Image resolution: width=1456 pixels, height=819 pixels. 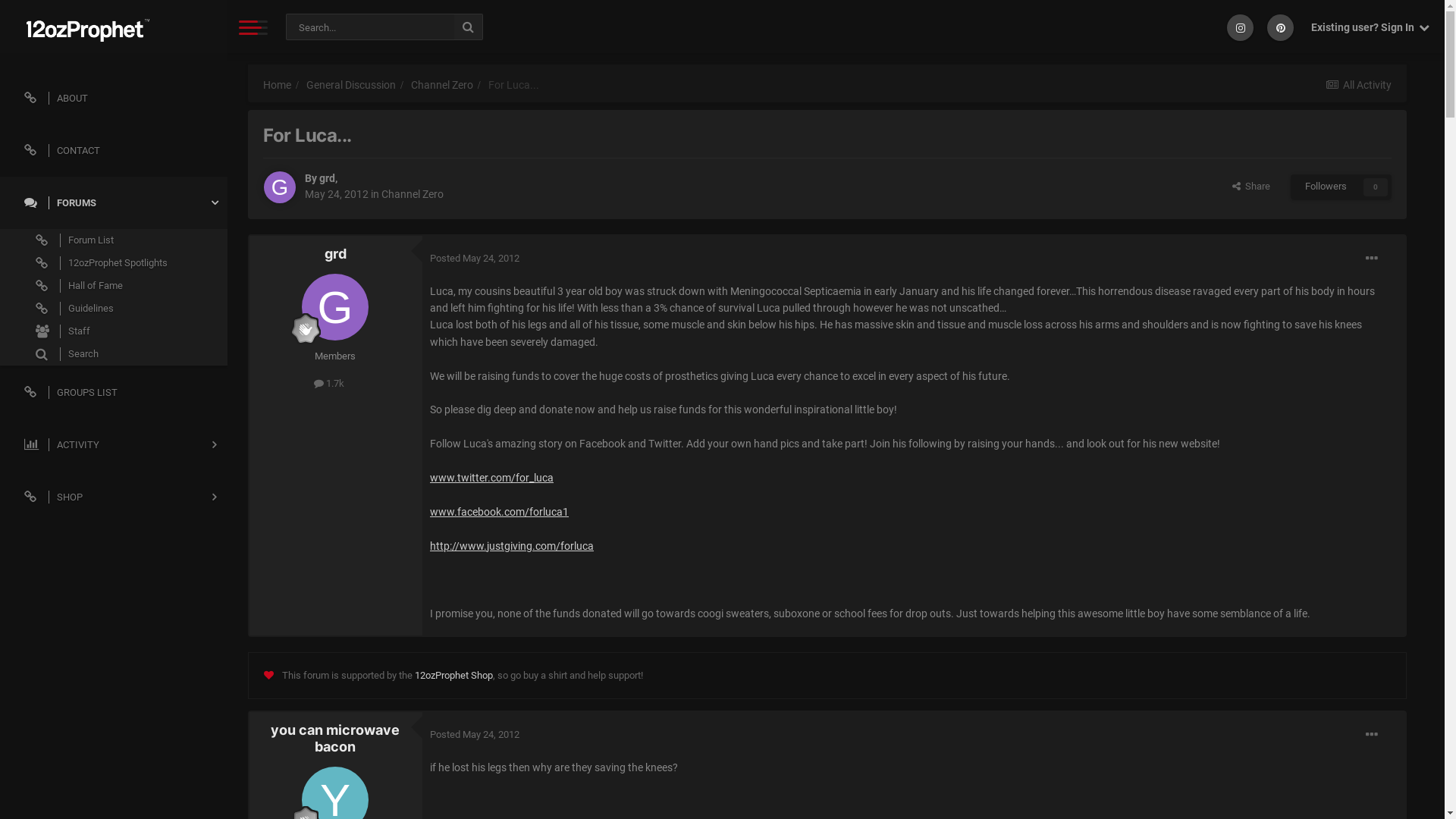 I want to click on 'Existing user? Sign In  ', so click(x=1370, y=27).